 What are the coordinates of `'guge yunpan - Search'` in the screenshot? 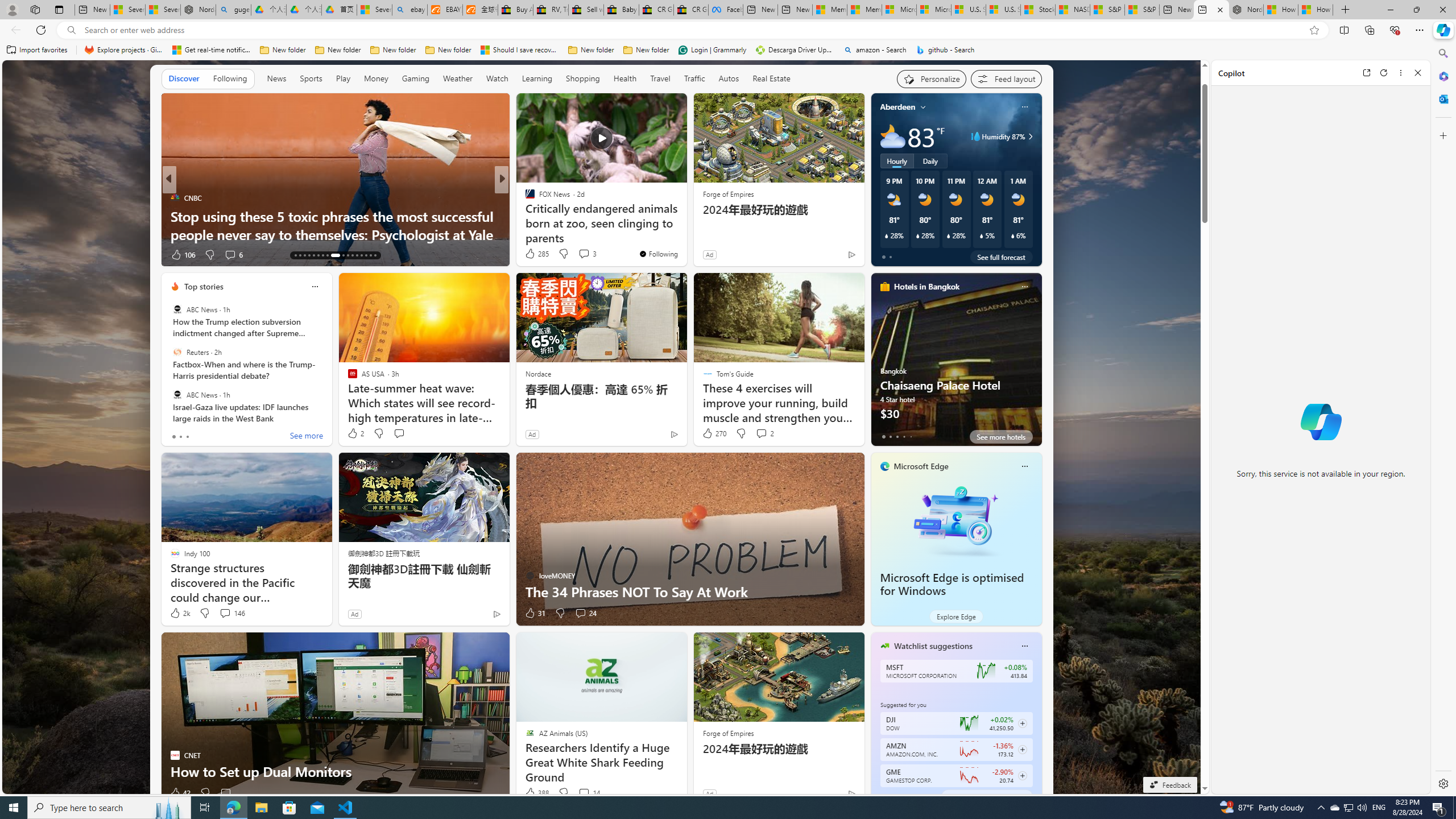 It's located at (233, 9).